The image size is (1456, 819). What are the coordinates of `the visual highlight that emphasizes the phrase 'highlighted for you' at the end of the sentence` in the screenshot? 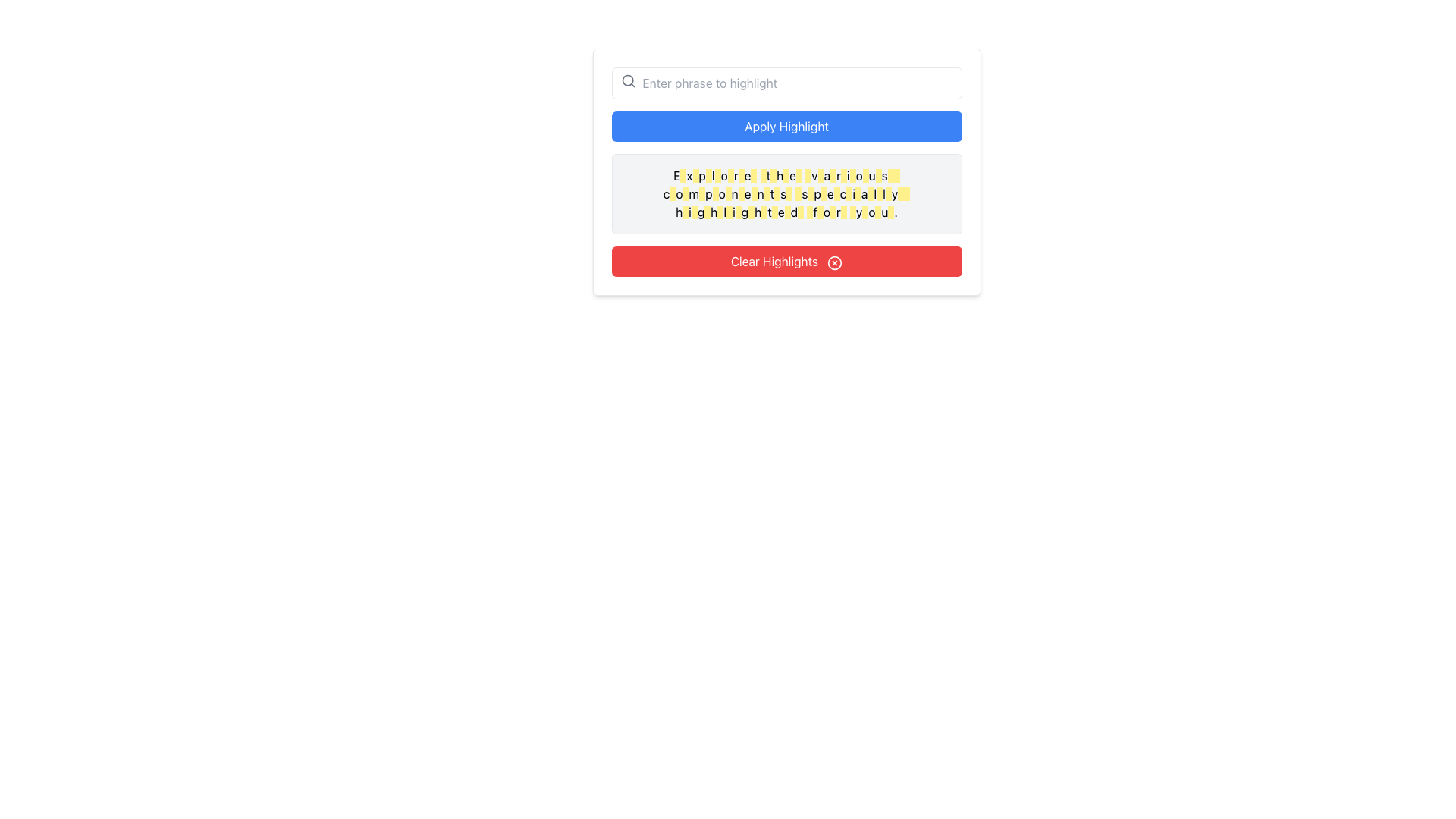 It's located at (843, 212).